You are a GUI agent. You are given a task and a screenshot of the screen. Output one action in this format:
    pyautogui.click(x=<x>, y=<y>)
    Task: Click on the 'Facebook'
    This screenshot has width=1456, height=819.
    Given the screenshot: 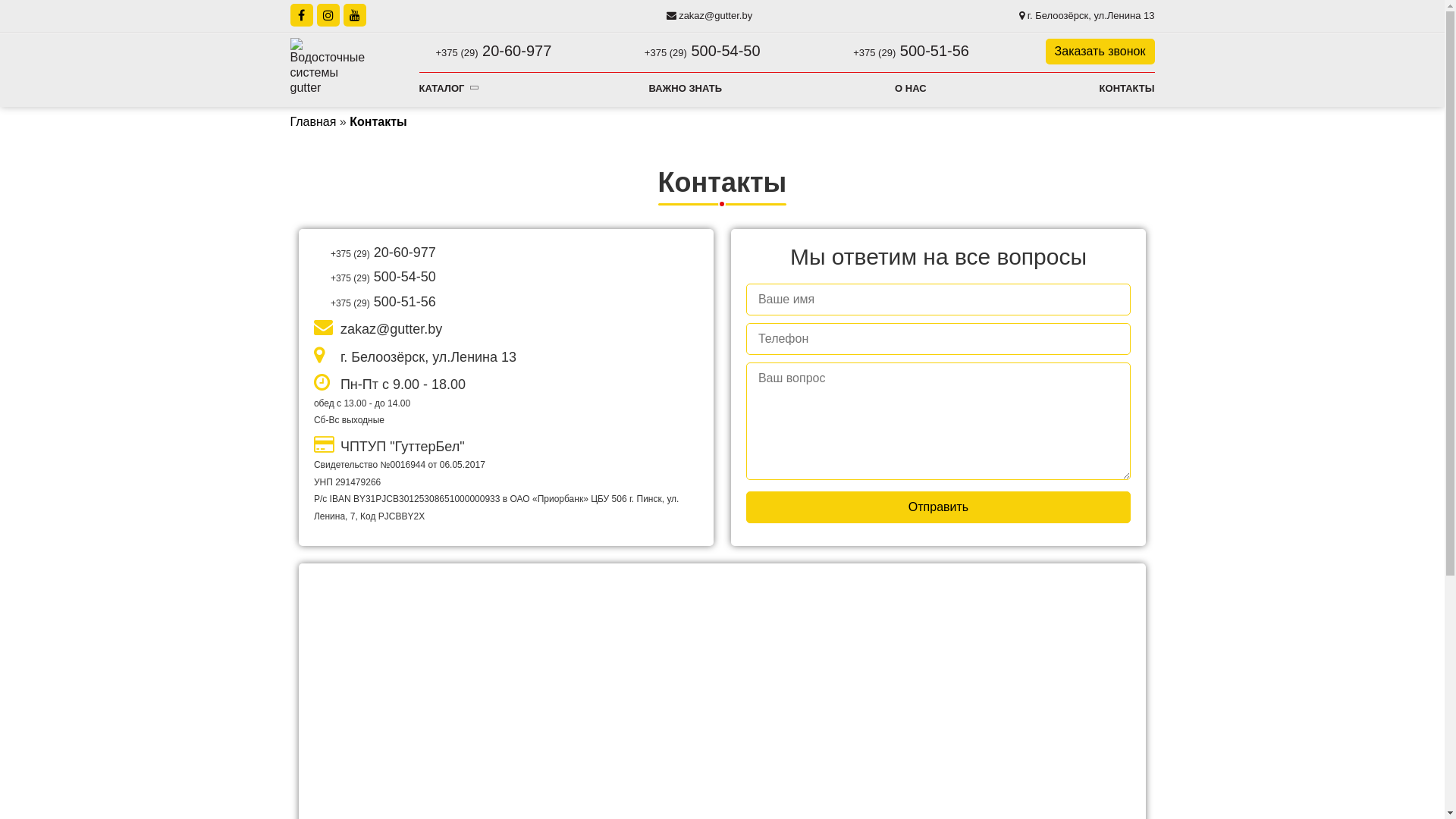 What is the action you would take?
    pyautogui.click(x=301, y=14)
    